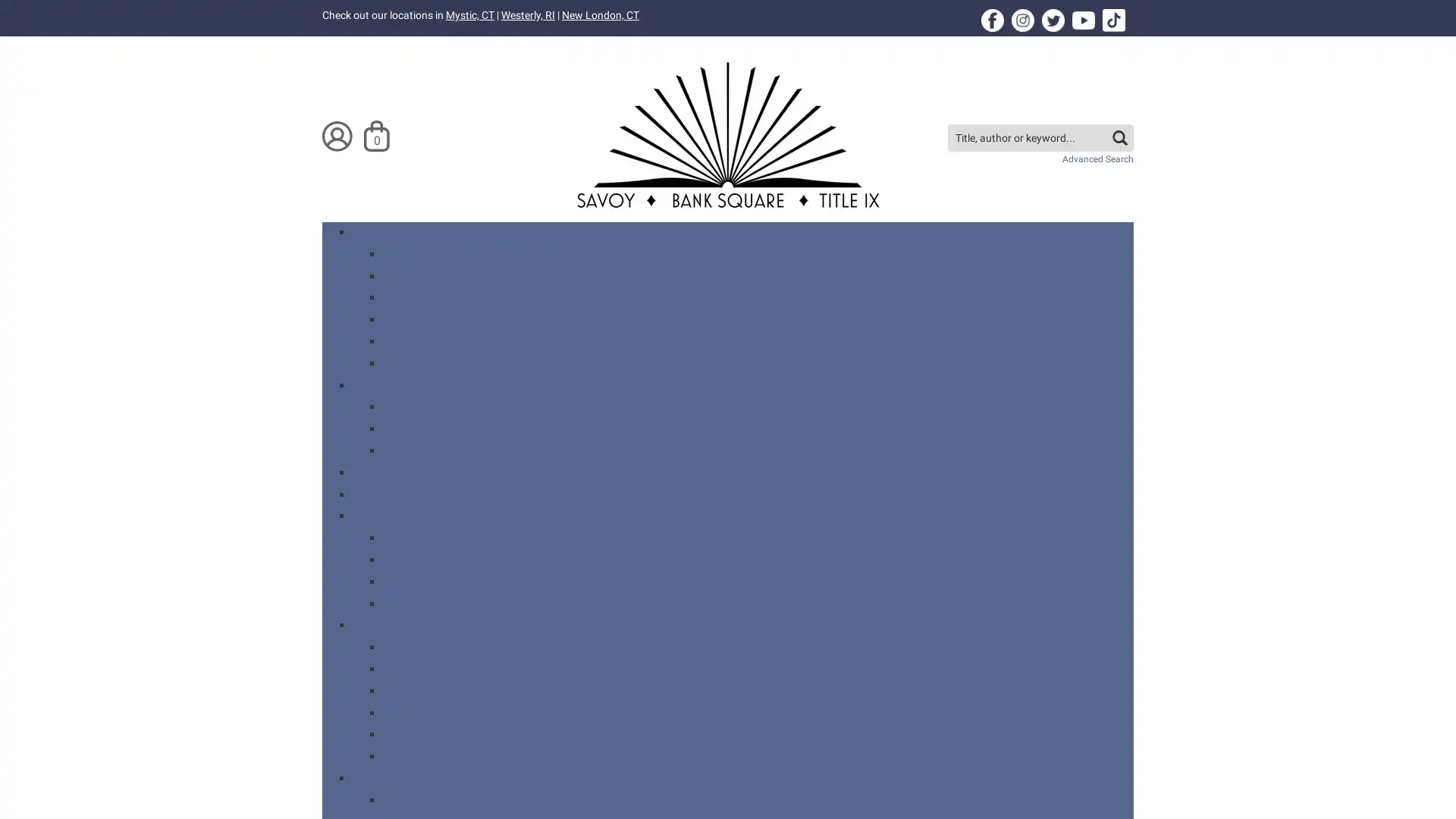 The height and width of the screenshot is (819, 1456). I want to click on search, so click(1118, 164).